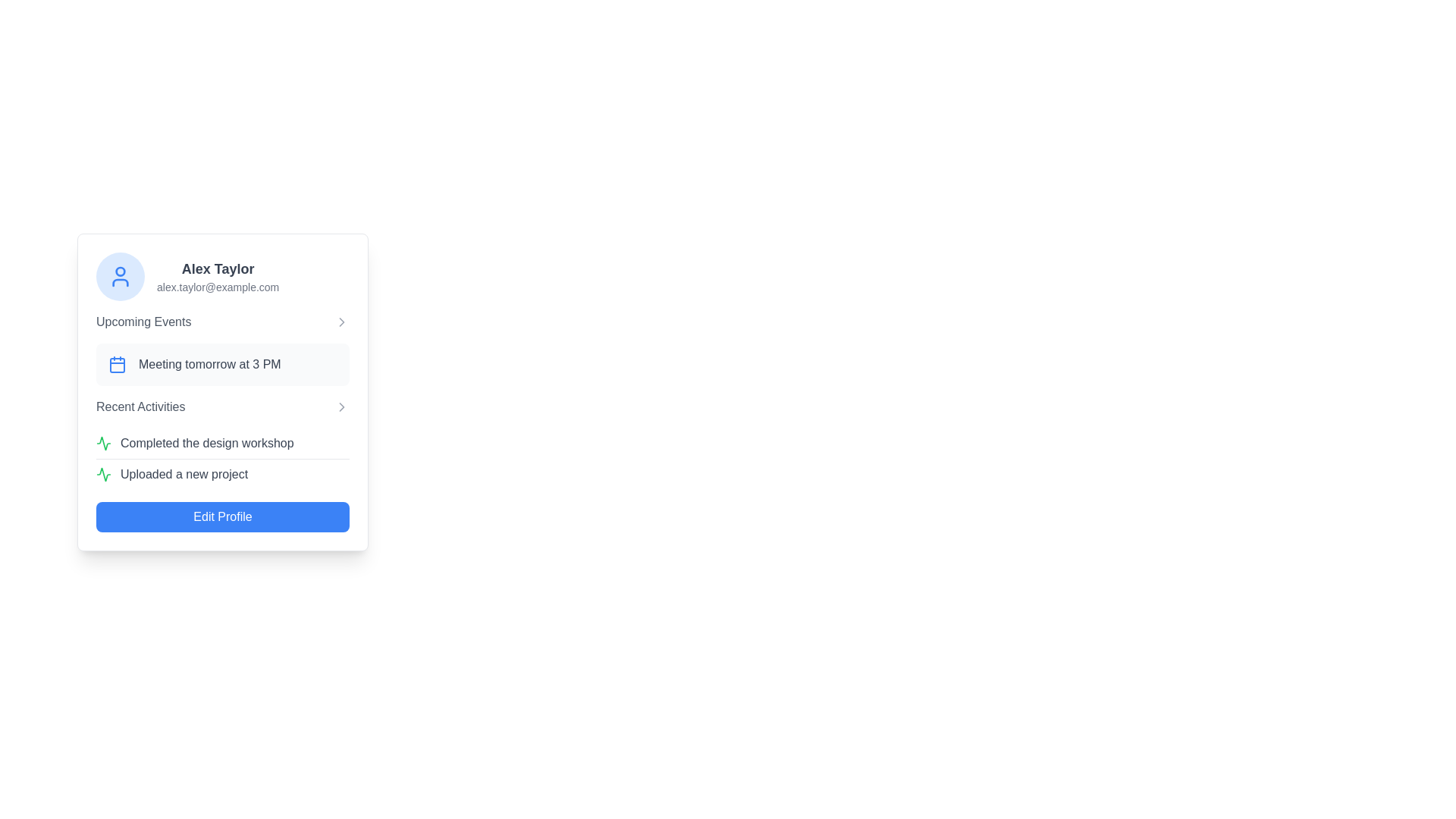 This screenshot has width=1456, height=819. What do you see at coordinates (221, 458) in the screenshot?
I see `an individual activity in the 'Recent Activities' list` at bounding box center [221, 458].